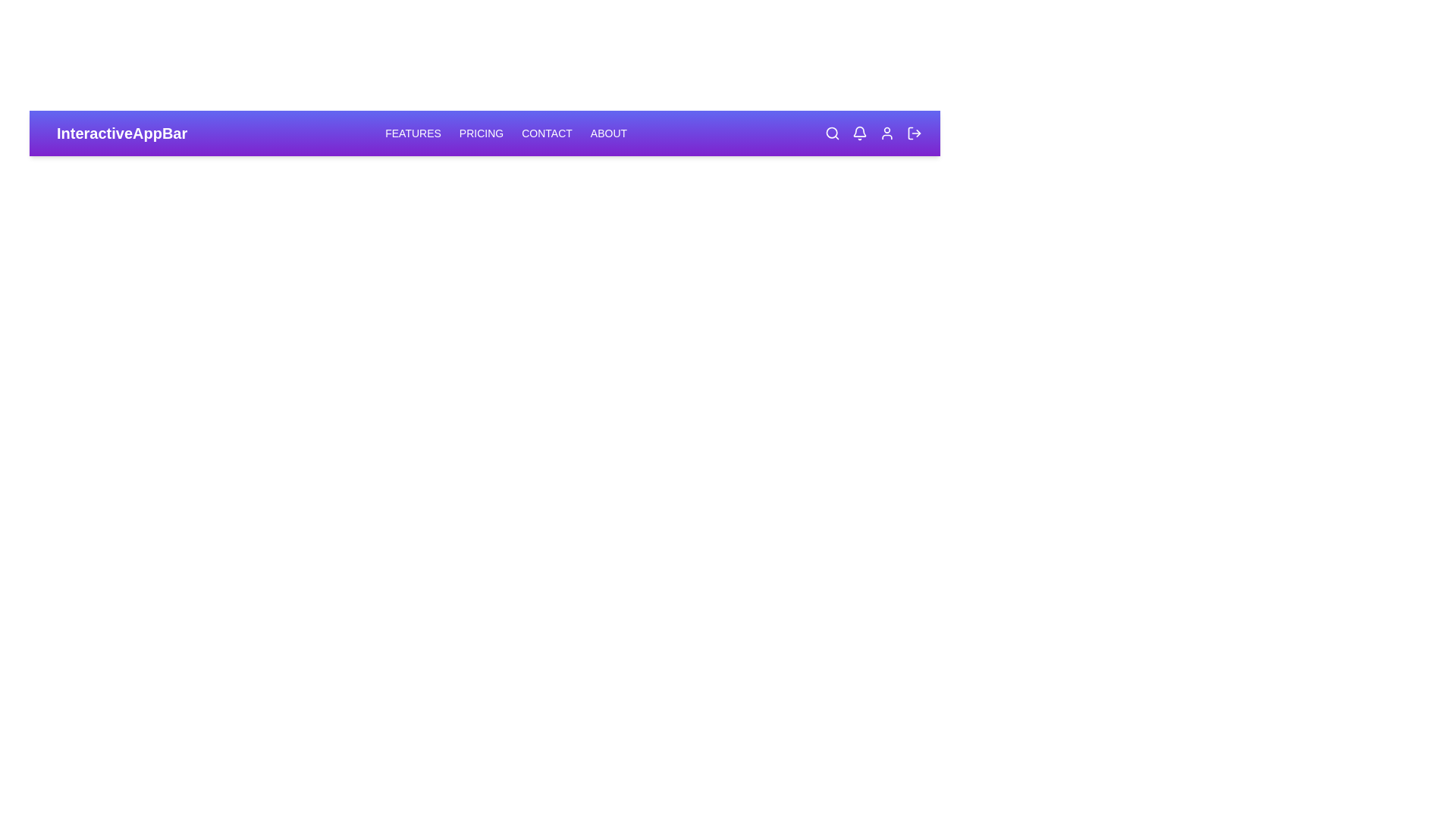 This screenshot has width=1456, height=819. I want to click on the navigation link Features to see the hover effect, so click(413, 133).